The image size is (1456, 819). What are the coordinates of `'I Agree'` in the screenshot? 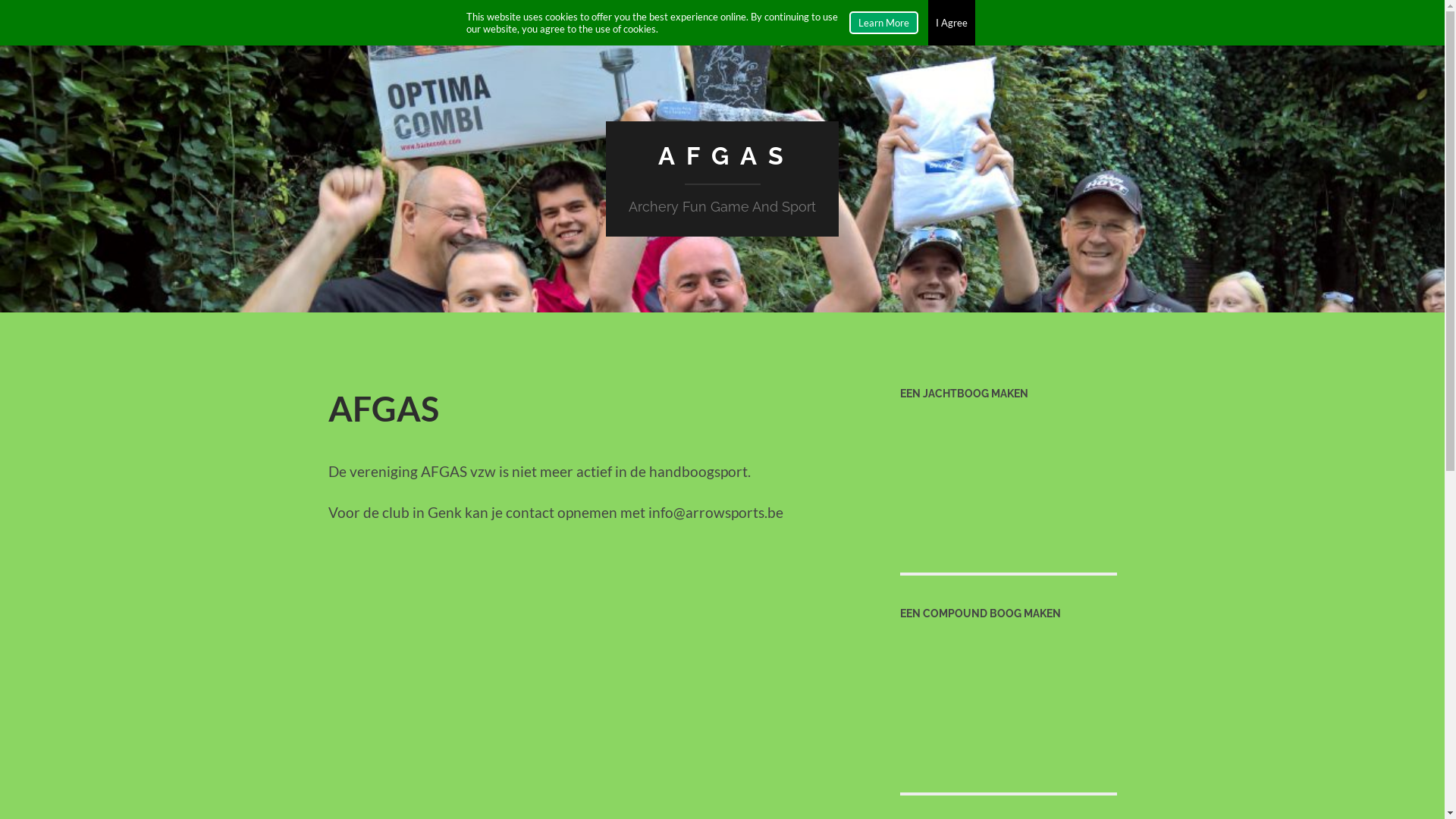 It's located at (950, 23).